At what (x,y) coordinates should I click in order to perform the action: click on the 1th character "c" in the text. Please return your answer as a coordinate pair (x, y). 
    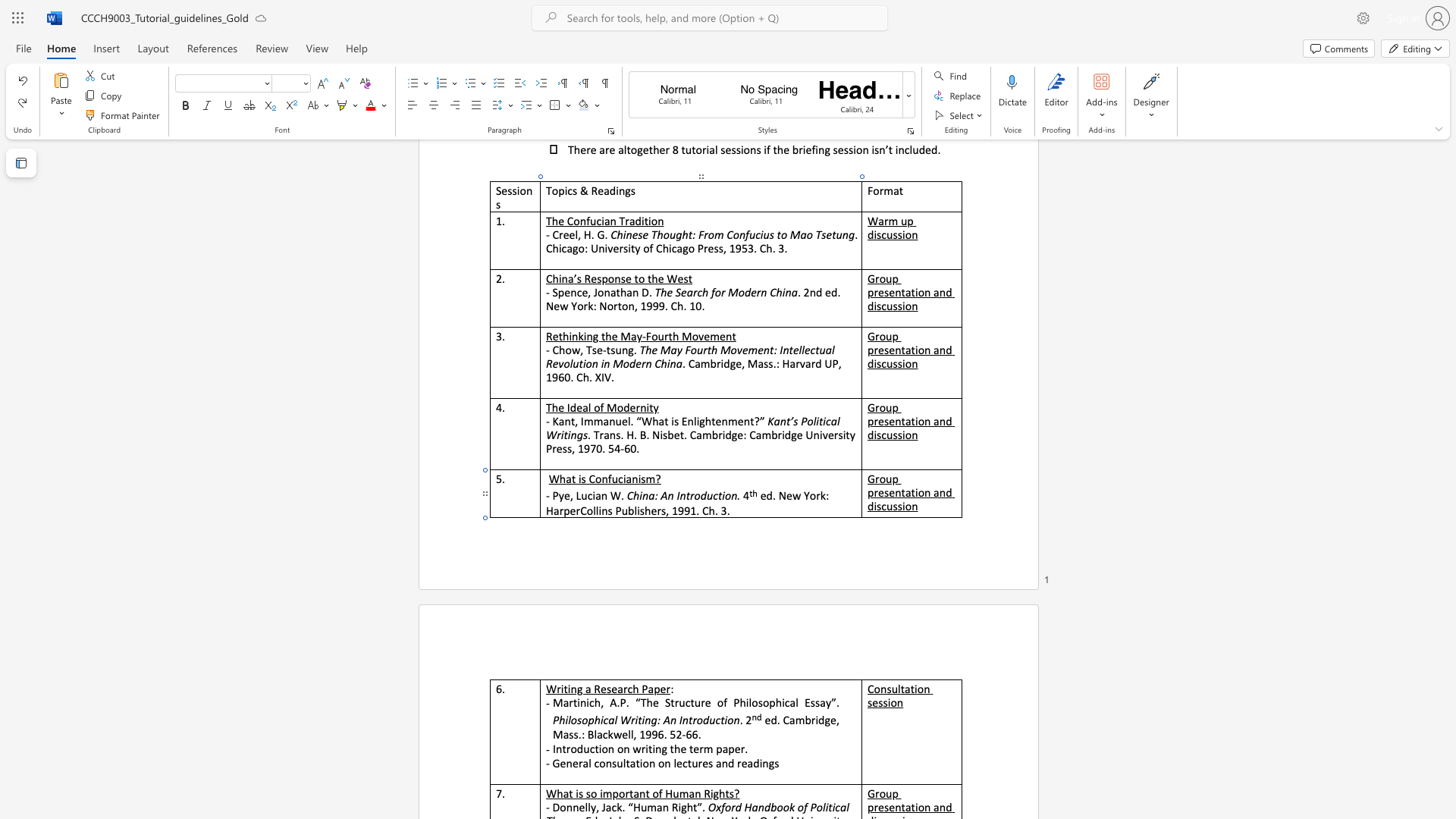
    Looking at the image, I should click on (589, 496).